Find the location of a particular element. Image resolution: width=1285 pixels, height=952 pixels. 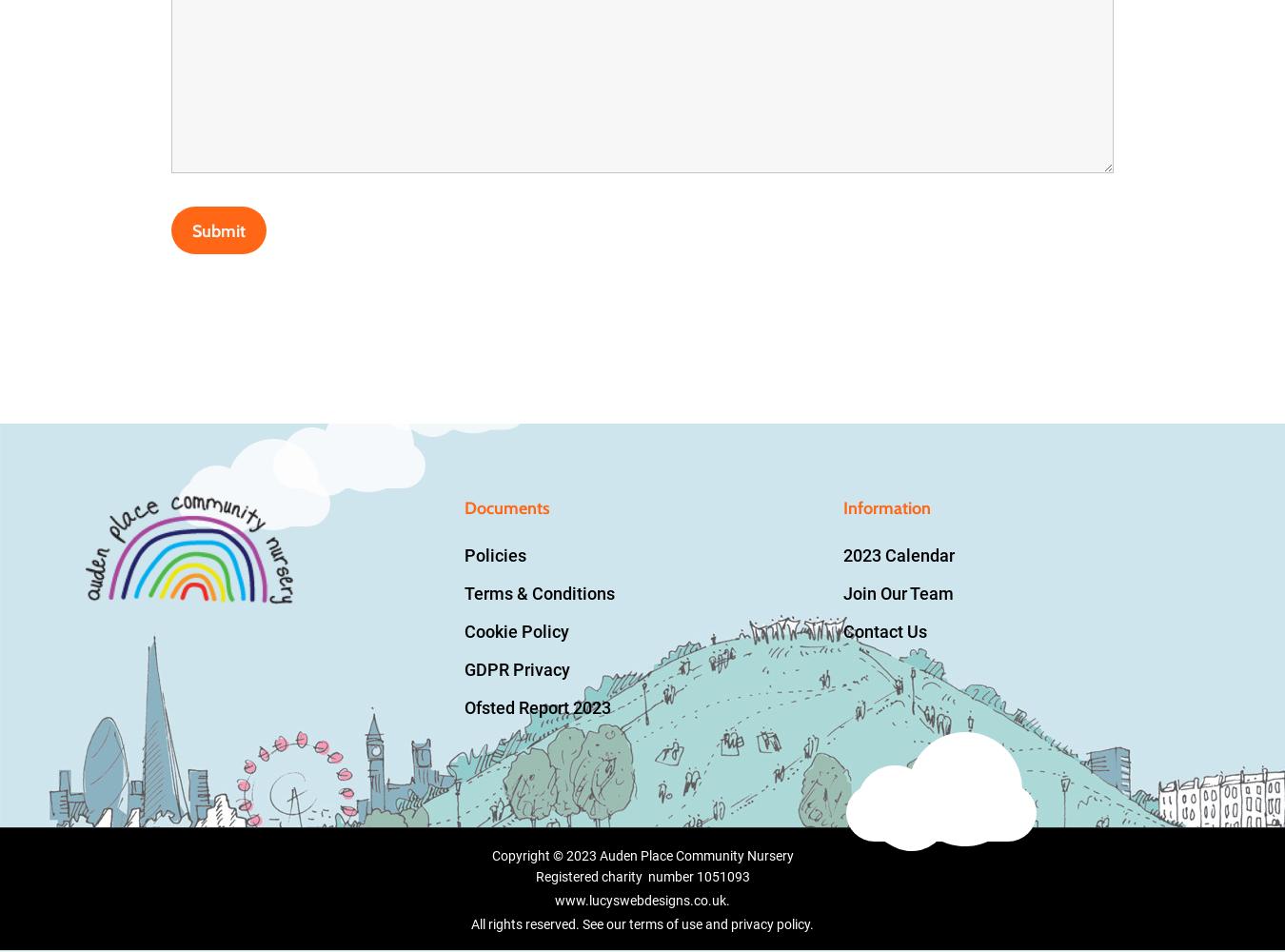

'www.lucyswebdesigns.co.uk.' is located at coordinates (555, 900).